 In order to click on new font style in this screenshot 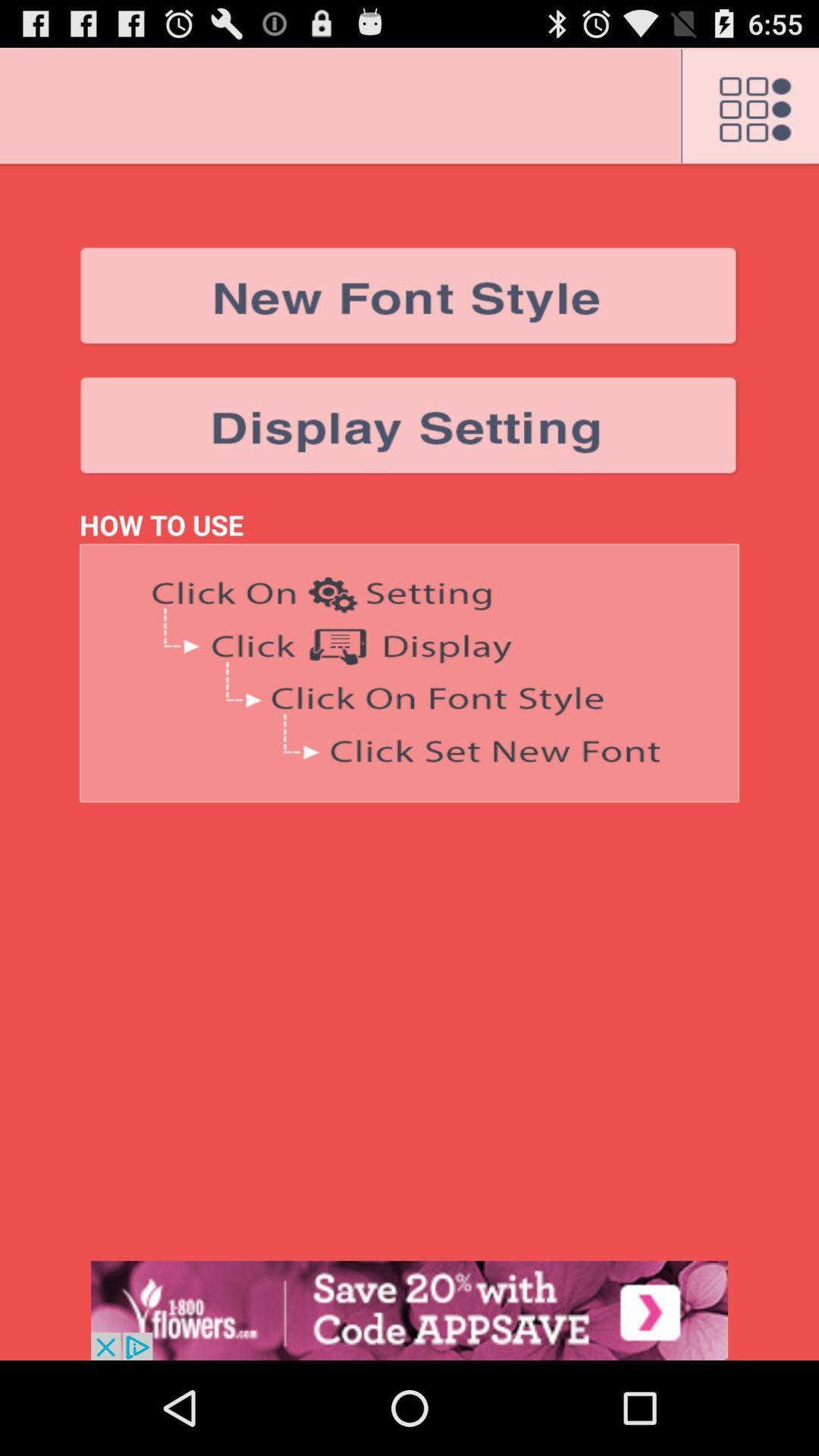, I will do `click(409, 297)`.